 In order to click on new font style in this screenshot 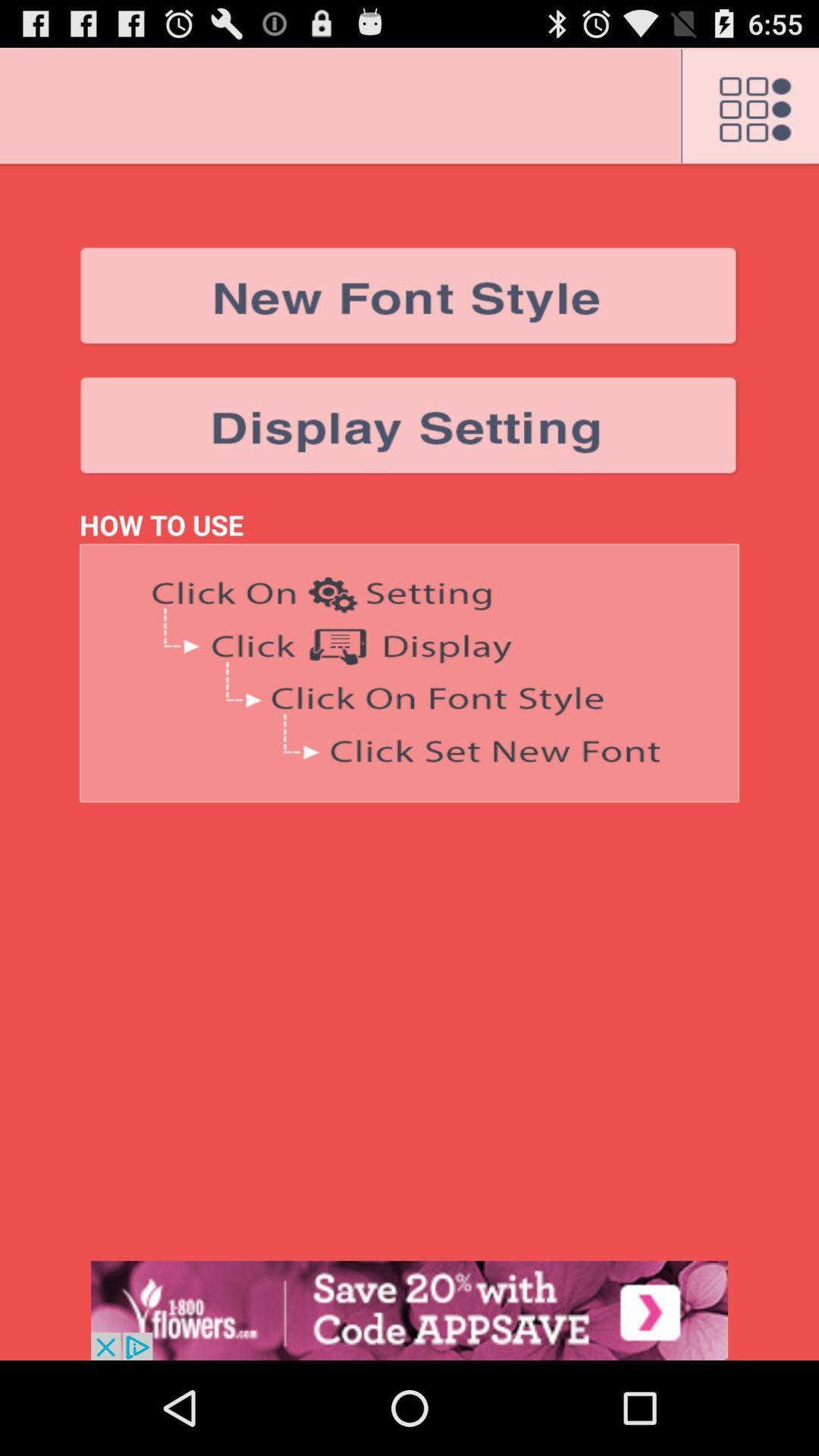, I will do `click(409, 297)`.